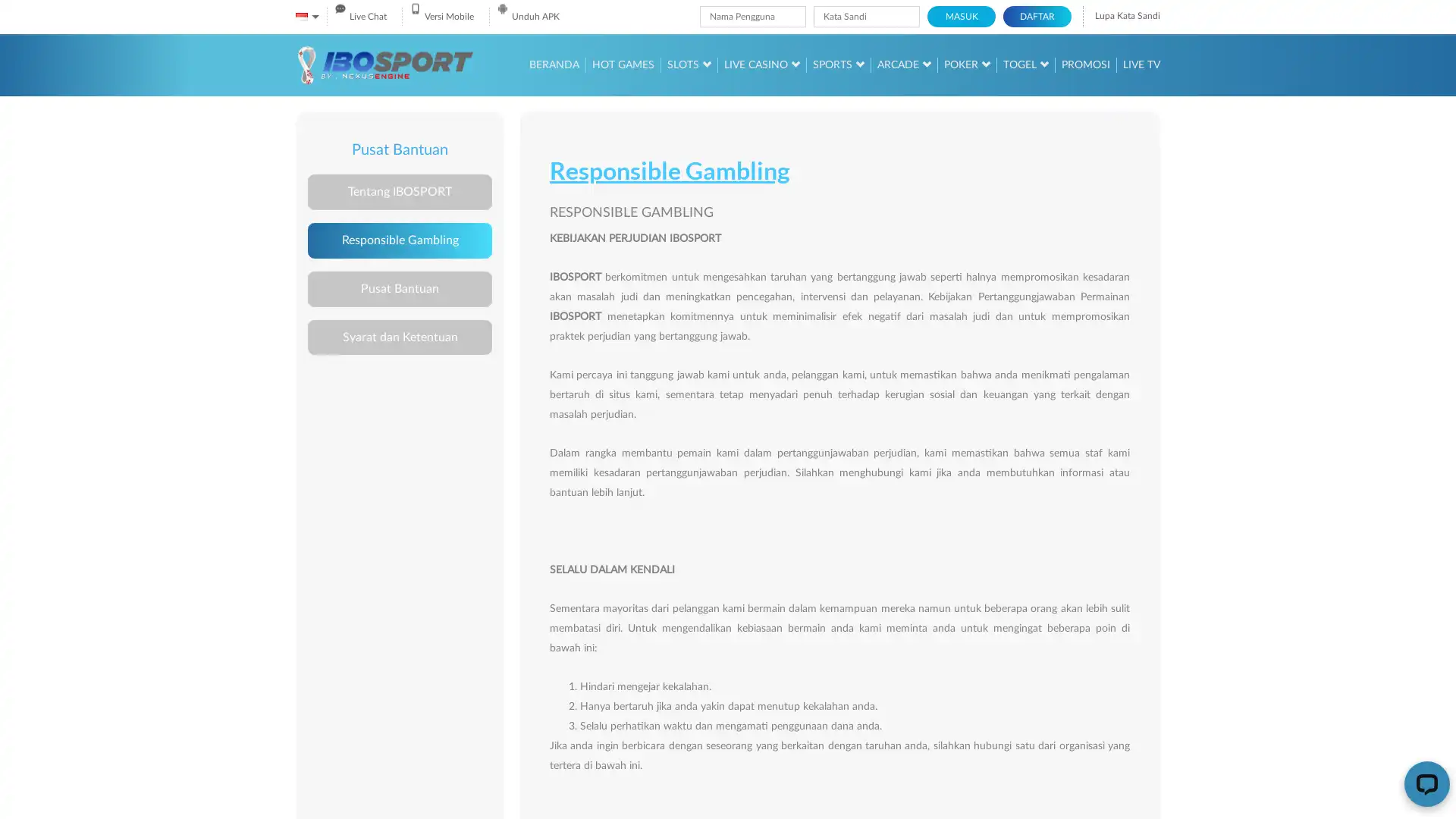  Describe the element at coordinates (960, 17) in the screenshot. I see `Masuk` at that location.